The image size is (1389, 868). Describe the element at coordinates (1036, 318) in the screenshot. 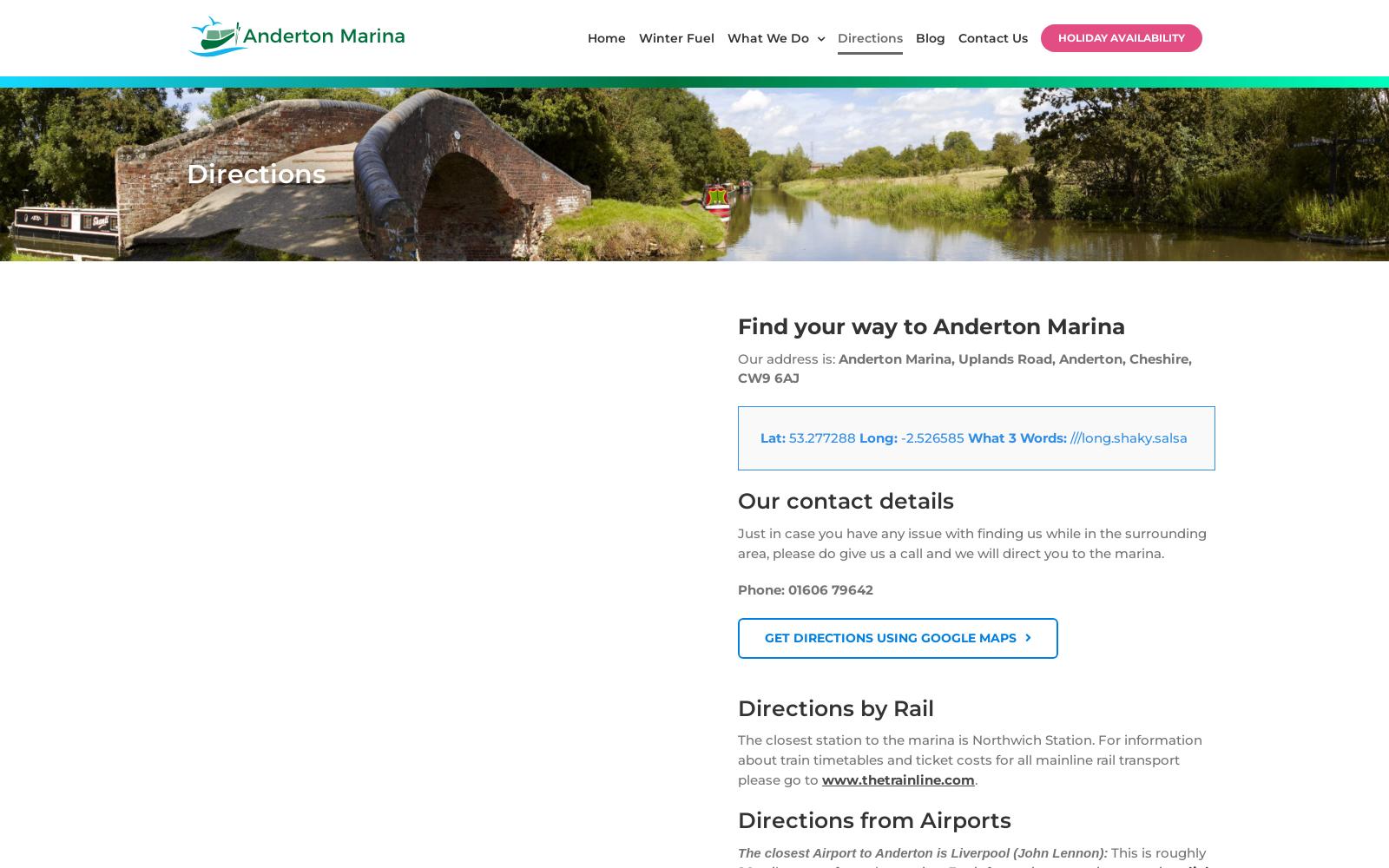

I see `'Amenities Overview'` at that location.